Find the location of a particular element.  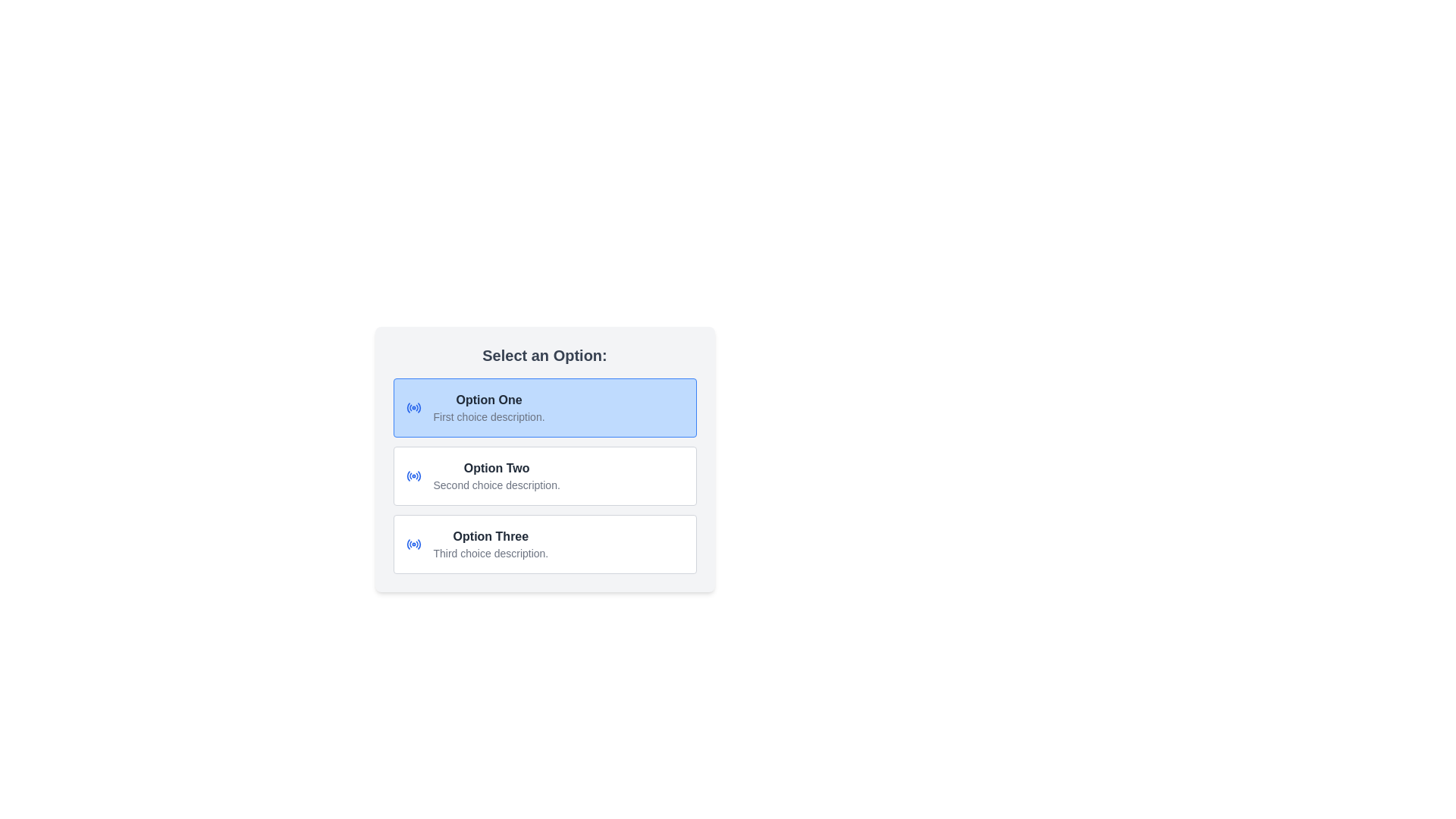

the Text Label that describes the 'Option One' choice, located below the main title 'Option One' in the first option section of the selection interface is located at coordinates (489, 417).